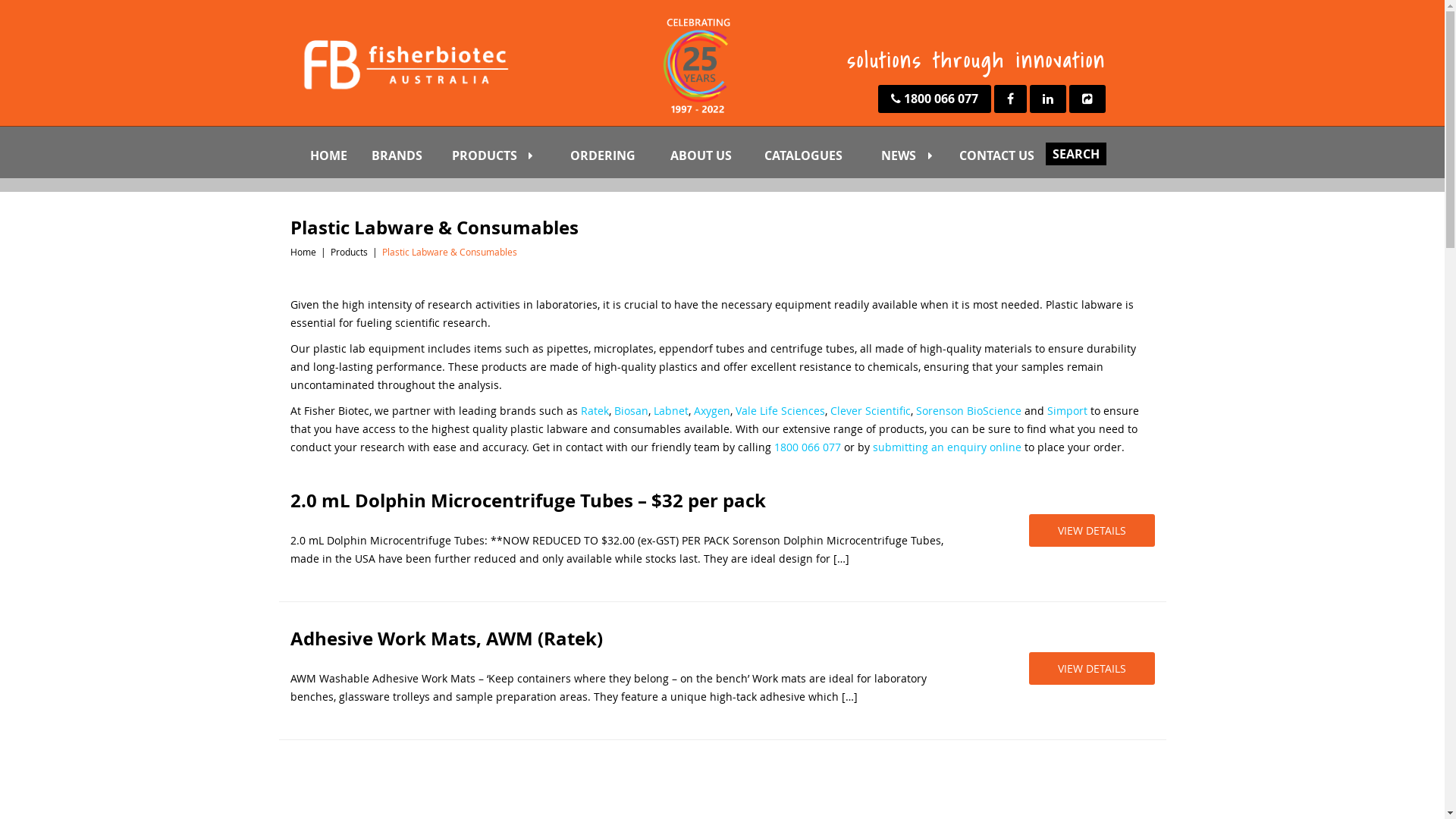 The height and width of the screenshot is (819, 1456). What do you see at coordinates (1068, 99) in the screenshot?
I see `'Our Google Map Link page'` at bounding box center [1068, 99].